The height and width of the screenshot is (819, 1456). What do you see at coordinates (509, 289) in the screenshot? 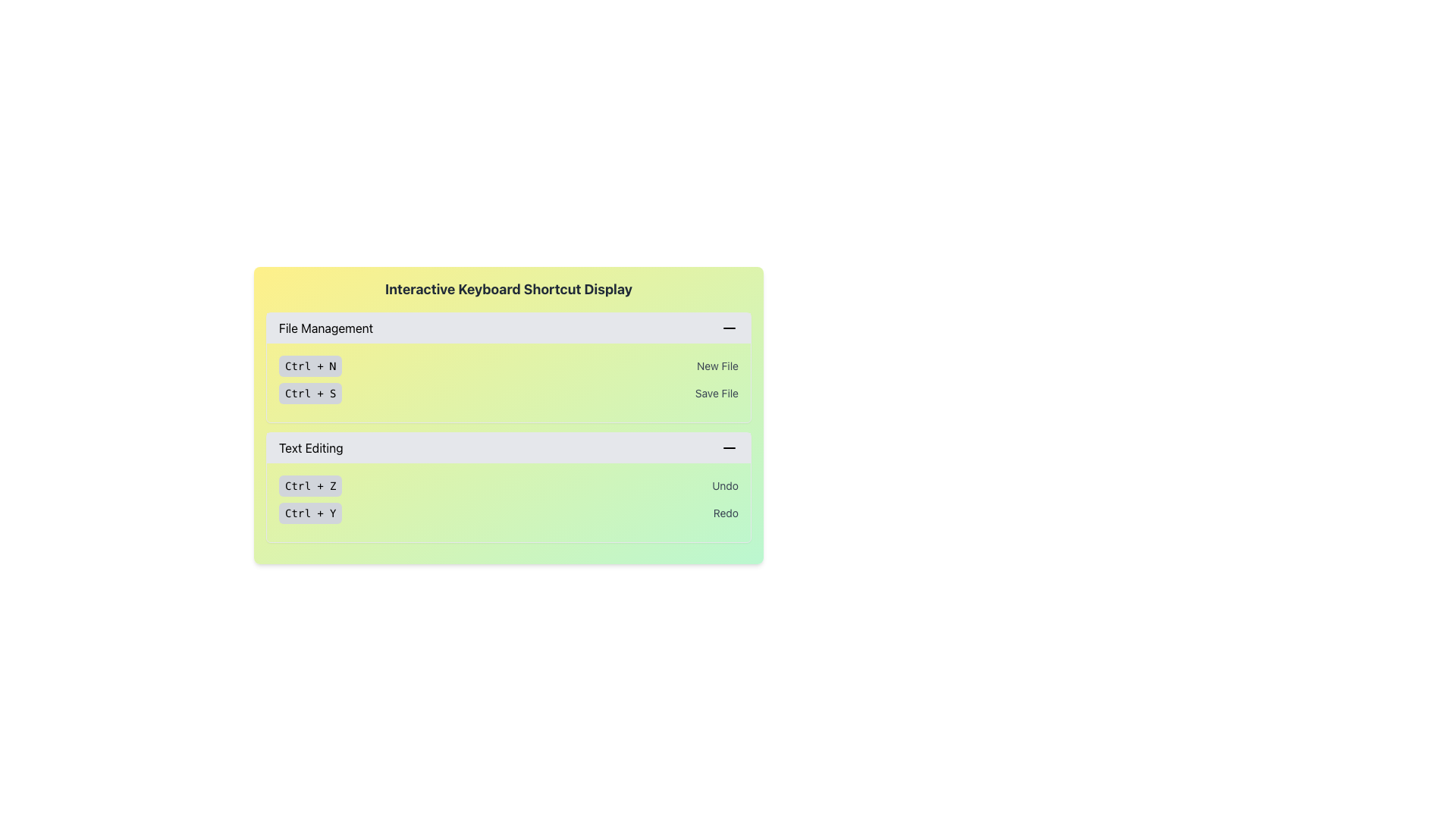
I see `the text label that serves as a header for the card indicating keyboard shortcuts, located at the top of the section above 'File Management'` at bounding box center [509, 289].